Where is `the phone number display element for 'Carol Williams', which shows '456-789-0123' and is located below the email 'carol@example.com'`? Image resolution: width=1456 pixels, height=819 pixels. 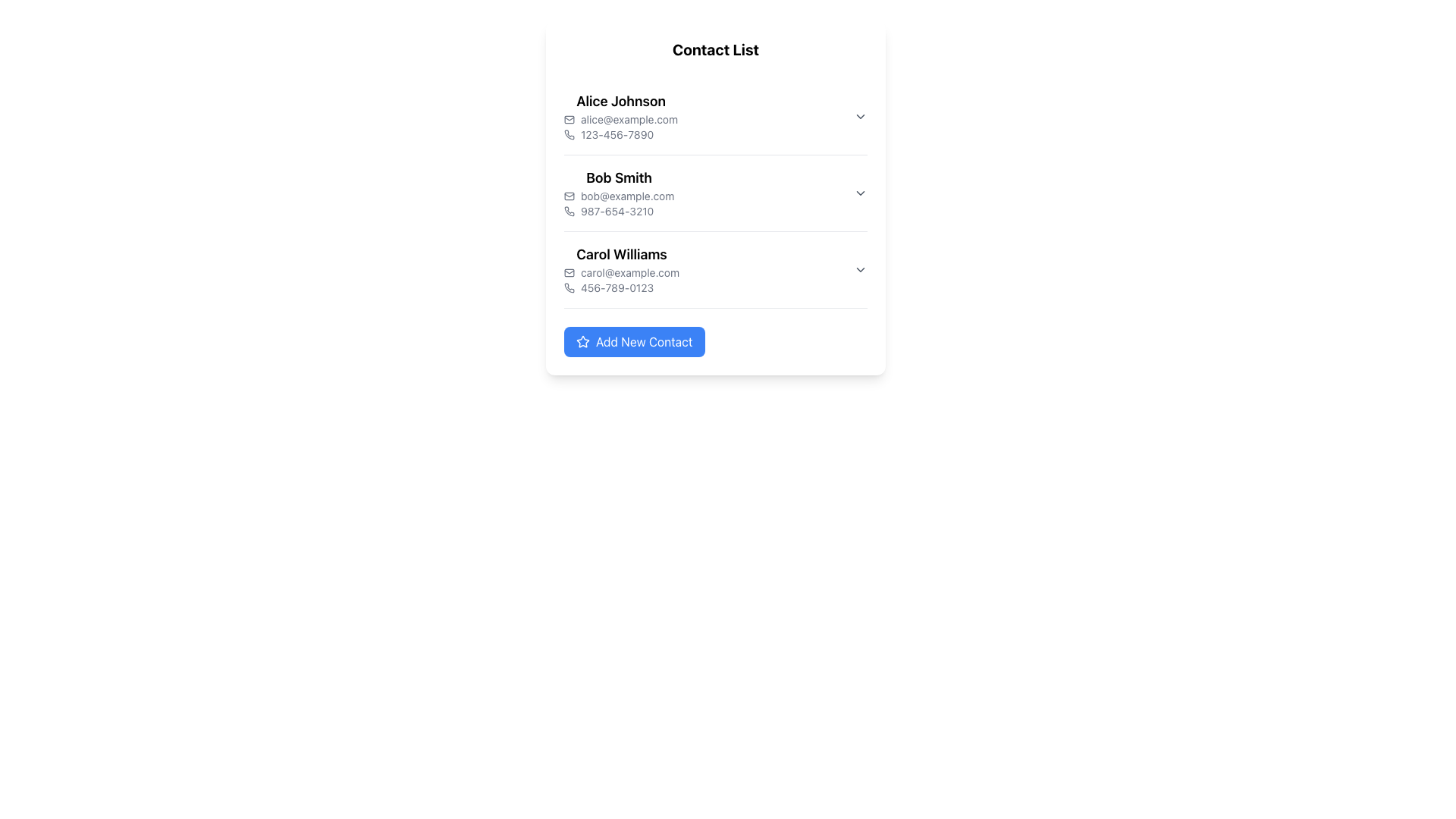
the phone number display element for 'Carol Williams', which shows '456-789-0123' and is located below the email 'carol@example.com' is located at coordinates (622, 288).